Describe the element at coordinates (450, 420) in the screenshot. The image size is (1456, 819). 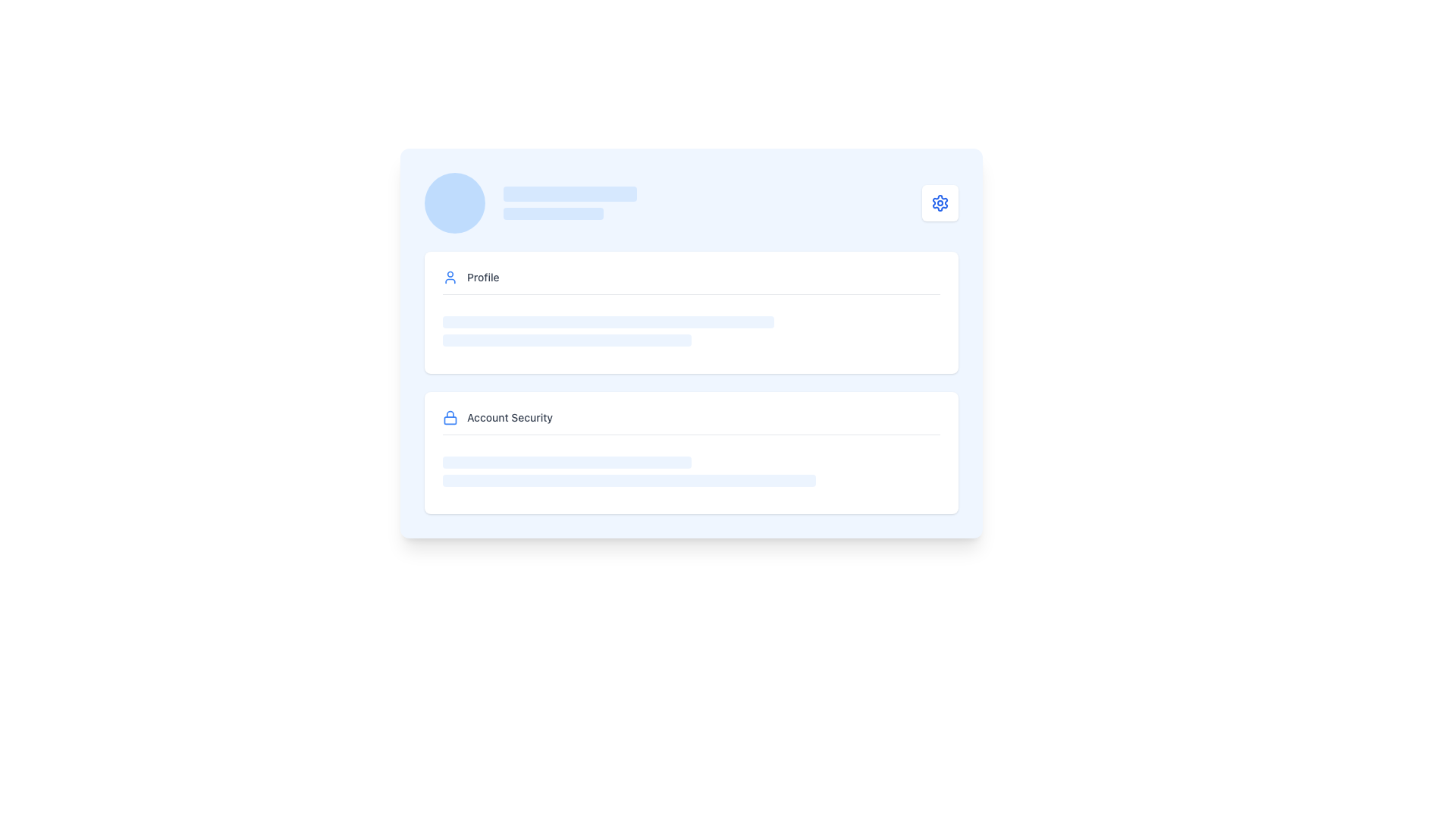
I see `the rectangular body of the lock icon located within the Account Security section` at that location.